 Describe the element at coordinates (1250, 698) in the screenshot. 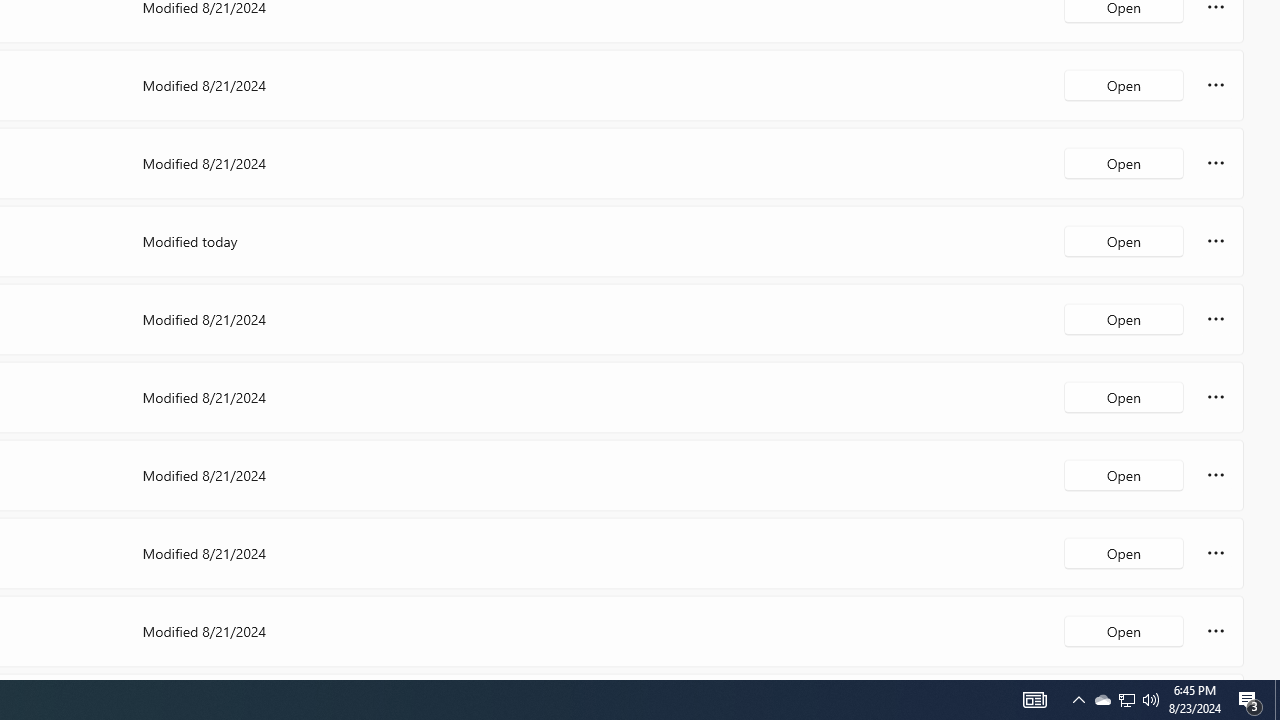

I see `'Action Center, 3 new notifications'` at that location.